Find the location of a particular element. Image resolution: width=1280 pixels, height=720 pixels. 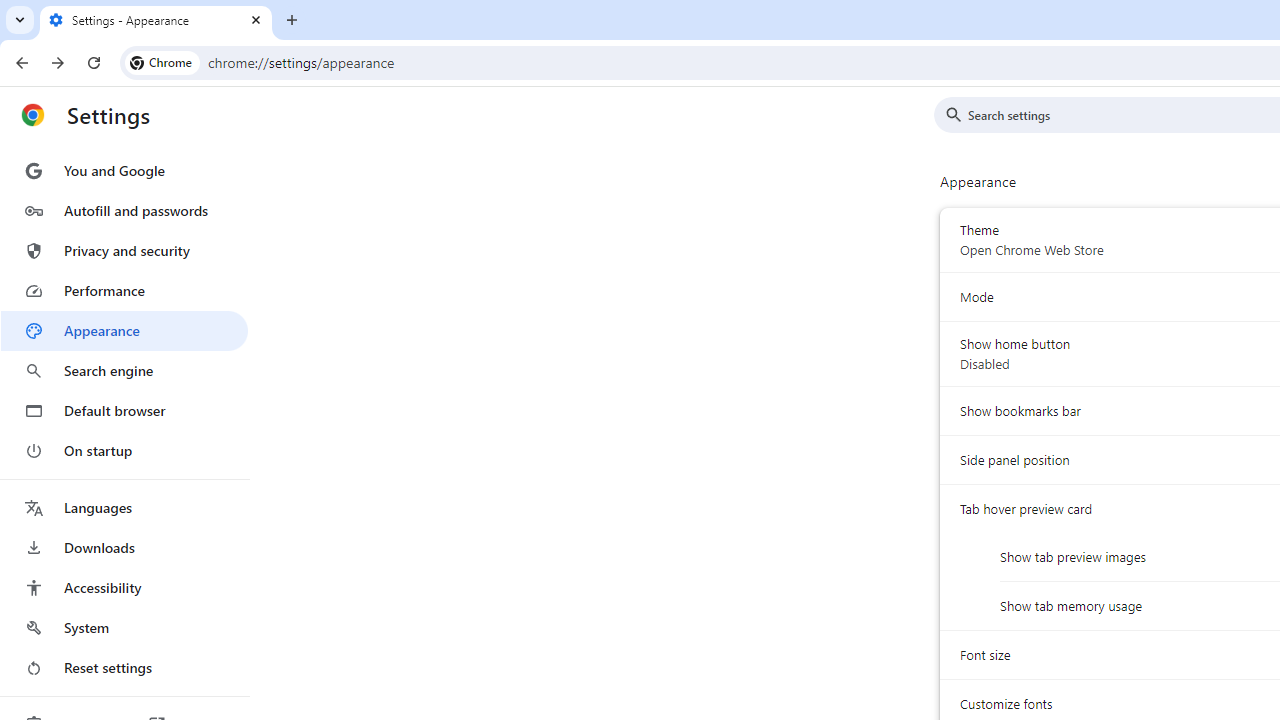

'You and Google' is located at coordinates (123, 170).